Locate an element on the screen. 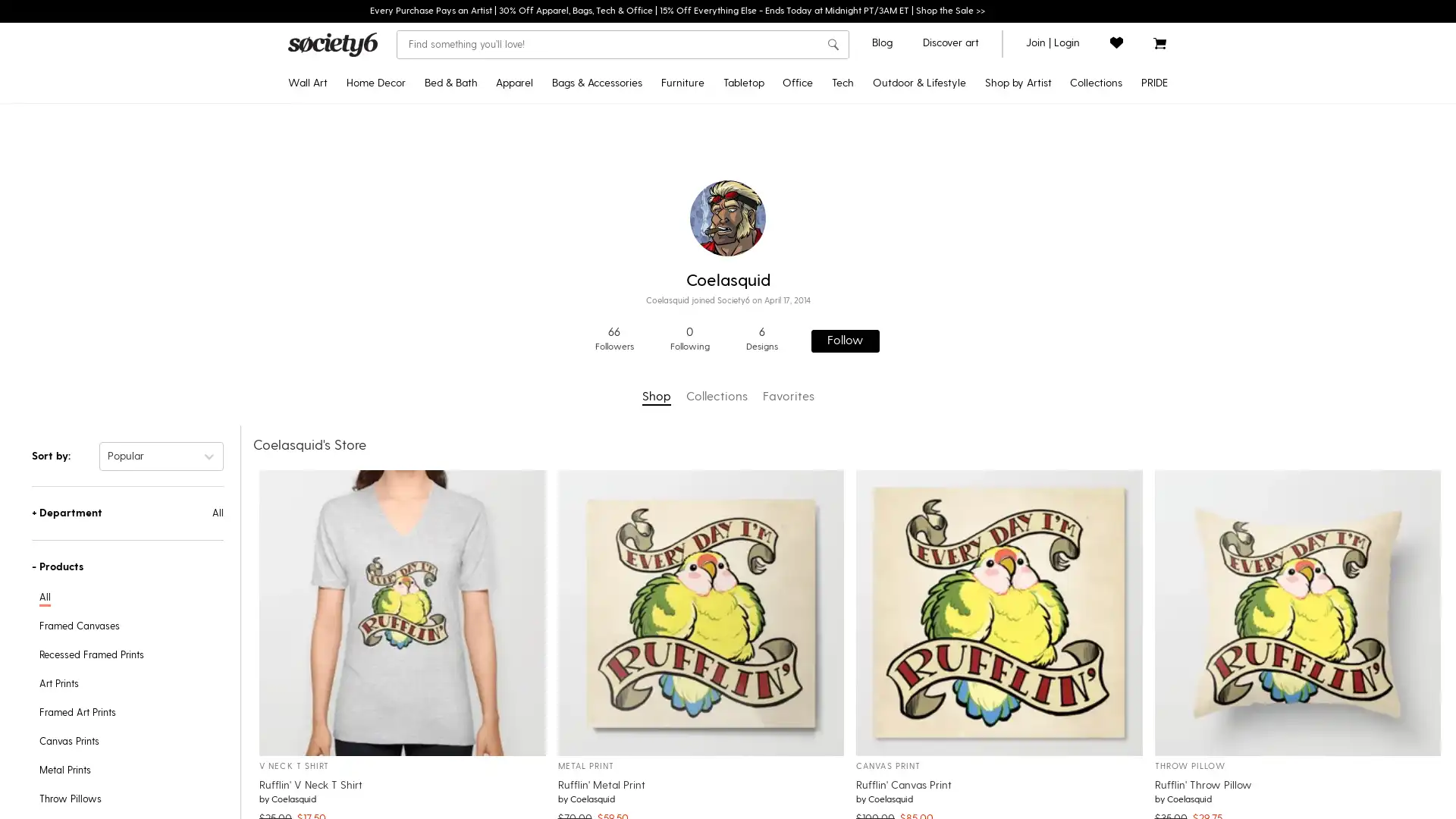 Image resolution: width=1456 pixels, height=819 pixels. Curator's Picks is located at coordinates (977, 366).